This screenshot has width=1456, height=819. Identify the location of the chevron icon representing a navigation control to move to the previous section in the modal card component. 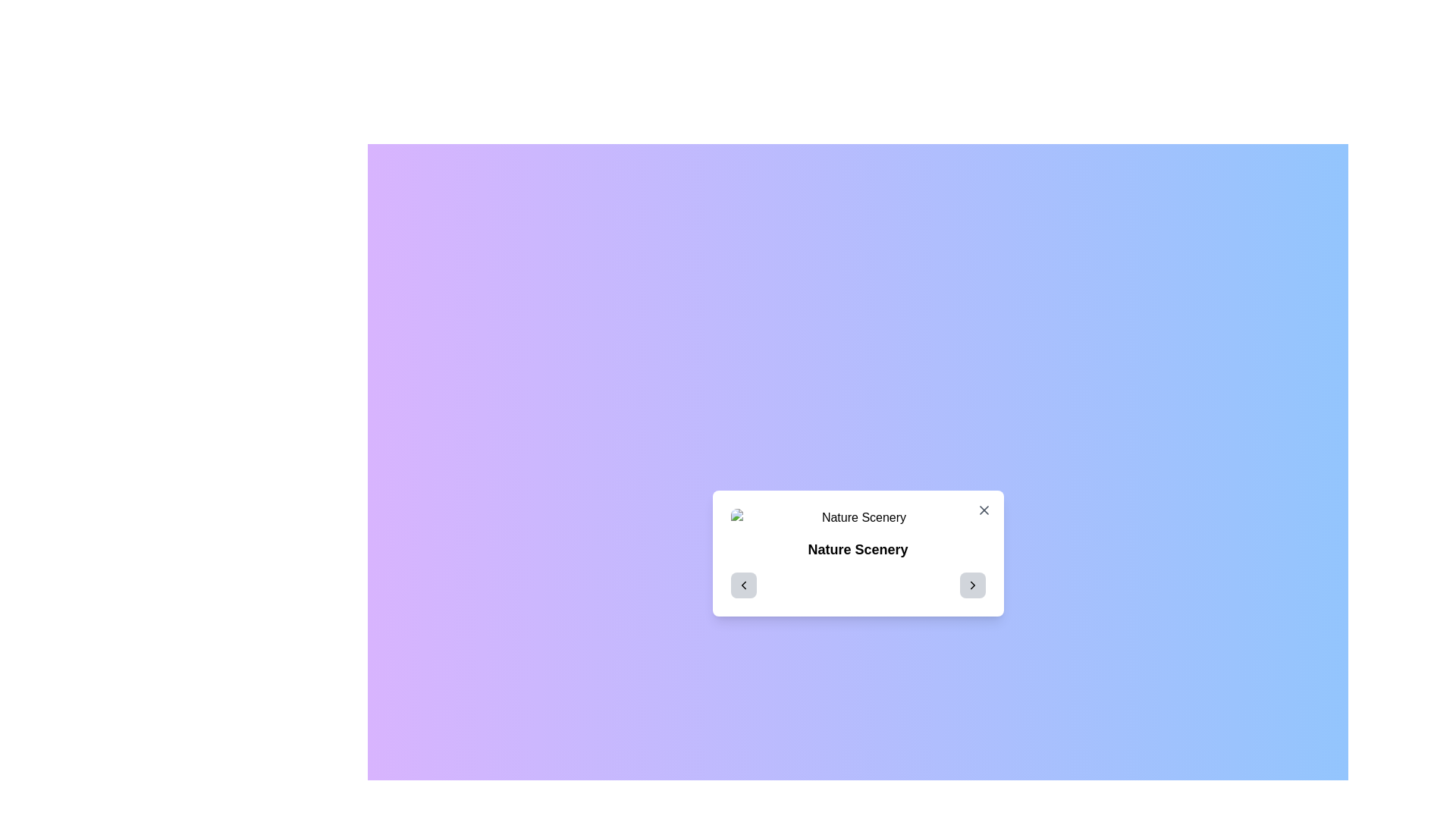
(743, 584).